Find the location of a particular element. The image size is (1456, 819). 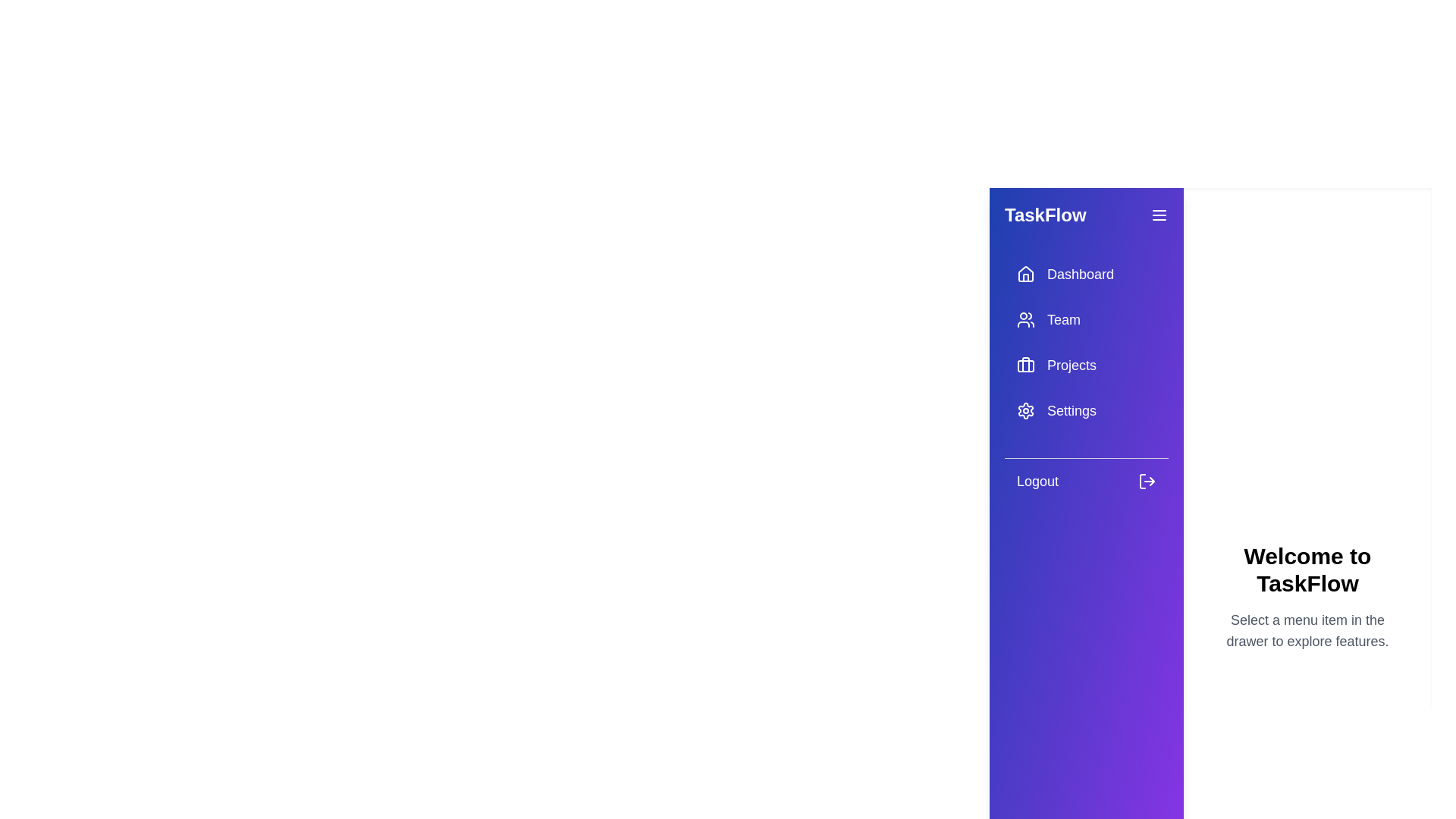

the menu item Settings from the drawer is located at coordinates (1086, 411).